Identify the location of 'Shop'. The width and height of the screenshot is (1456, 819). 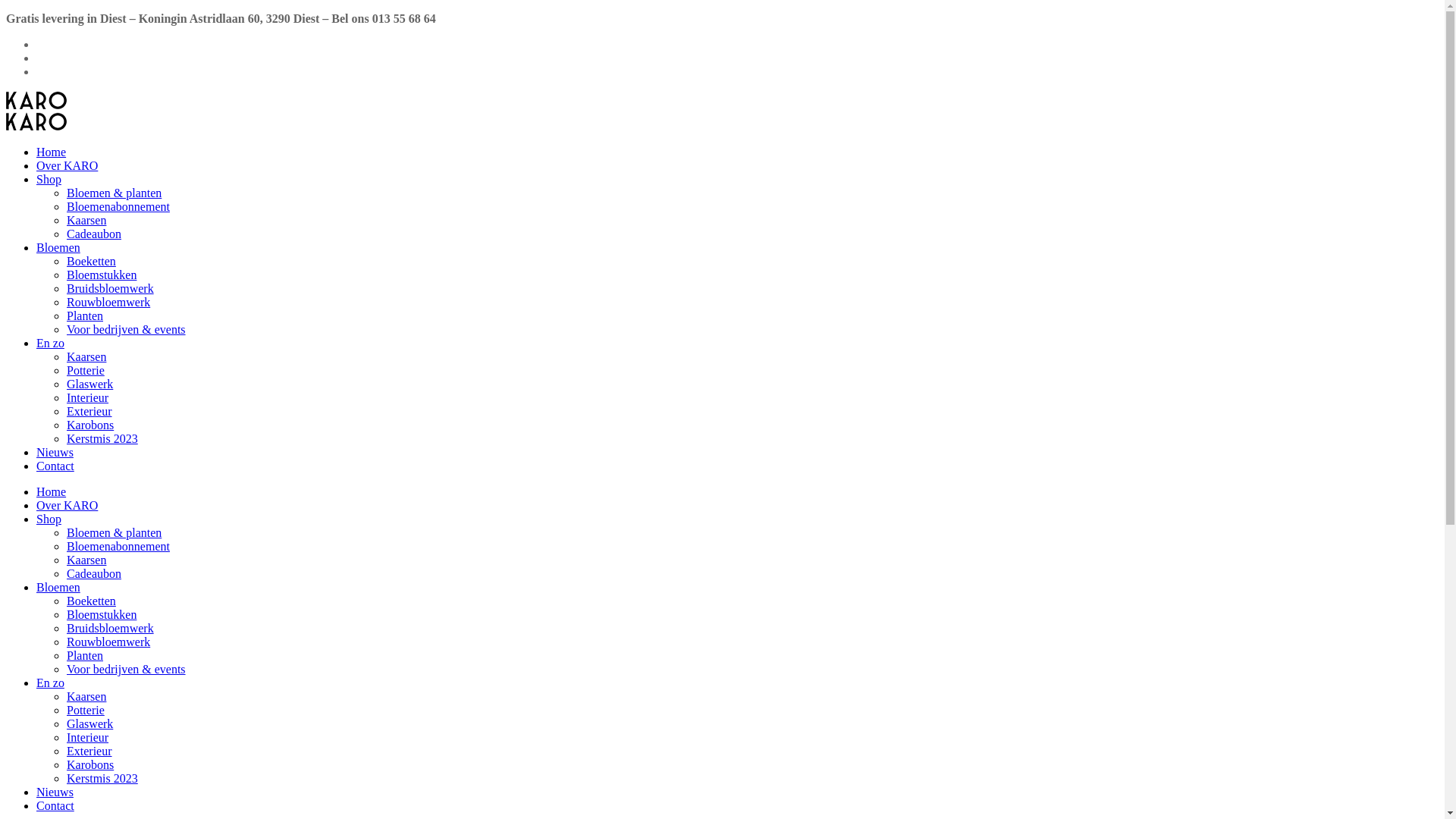
(36, 178).